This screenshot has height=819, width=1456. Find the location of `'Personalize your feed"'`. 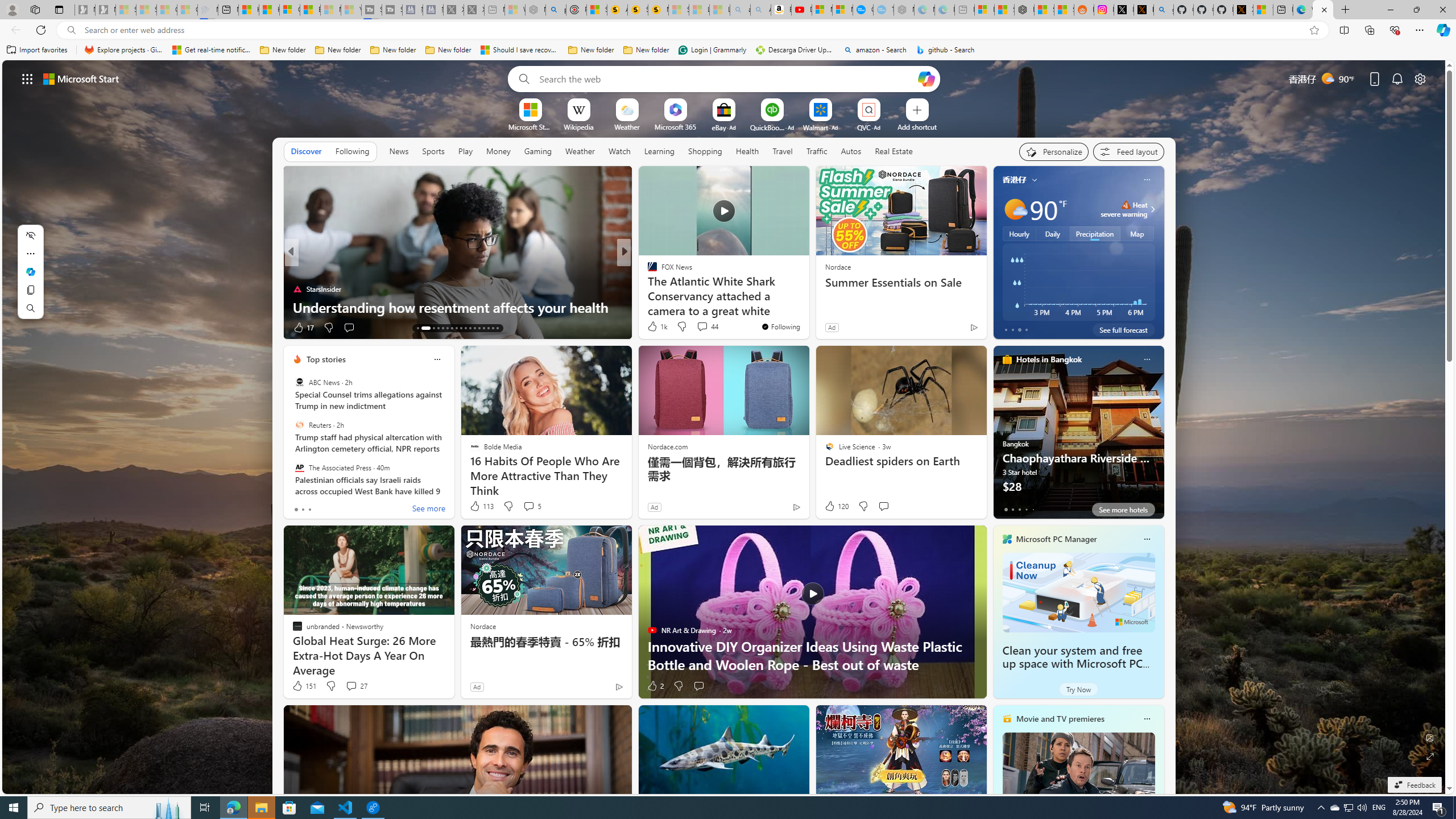

'Personalize your feed"' is located at coordinates (1053, 152).